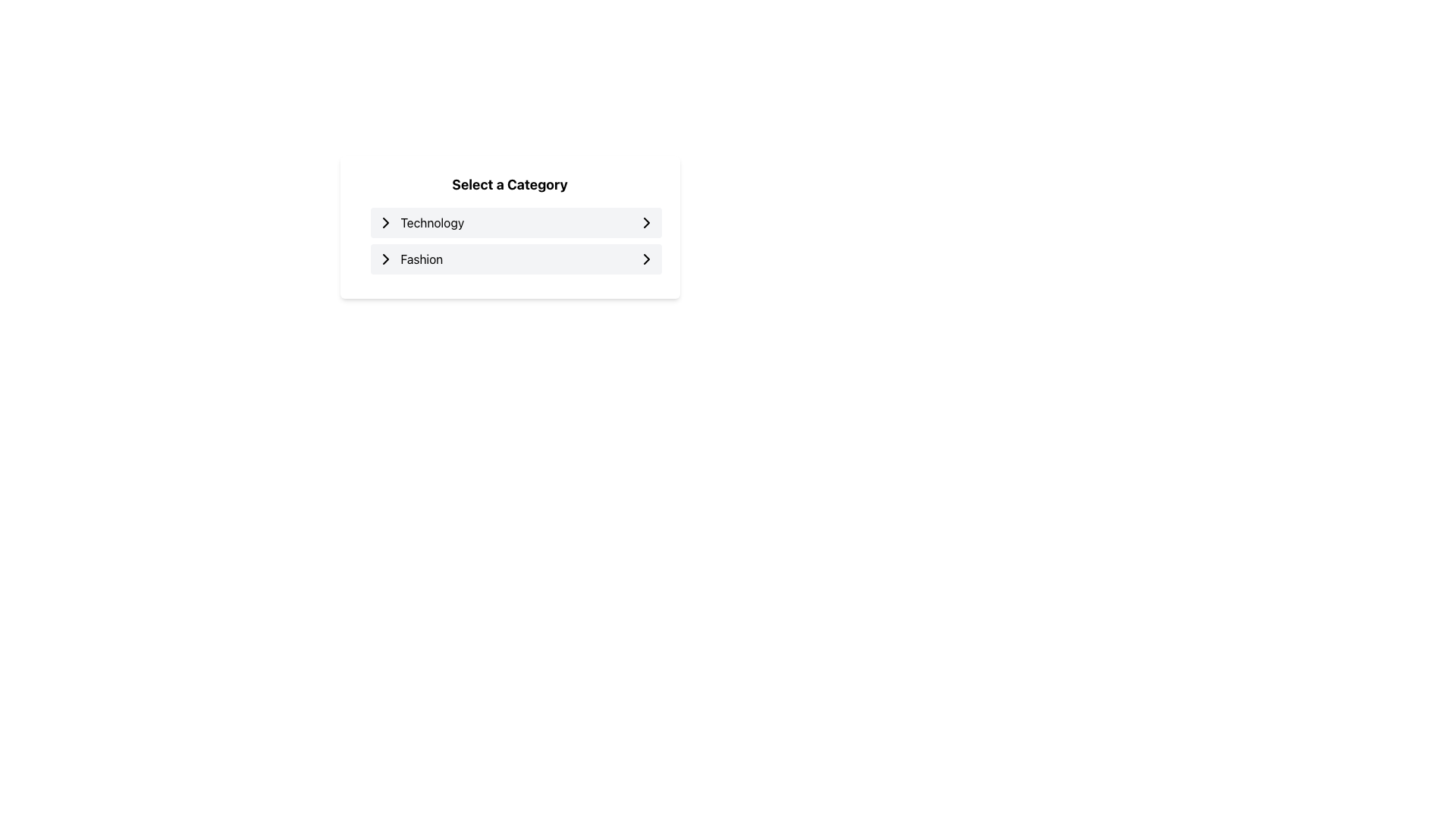 The height and width of the screenshot is (819, 1456). What do you see at coordinates (431, 222) in the screenshot?
I see `the 'Technology' text label` at bounding box center [431, 222].